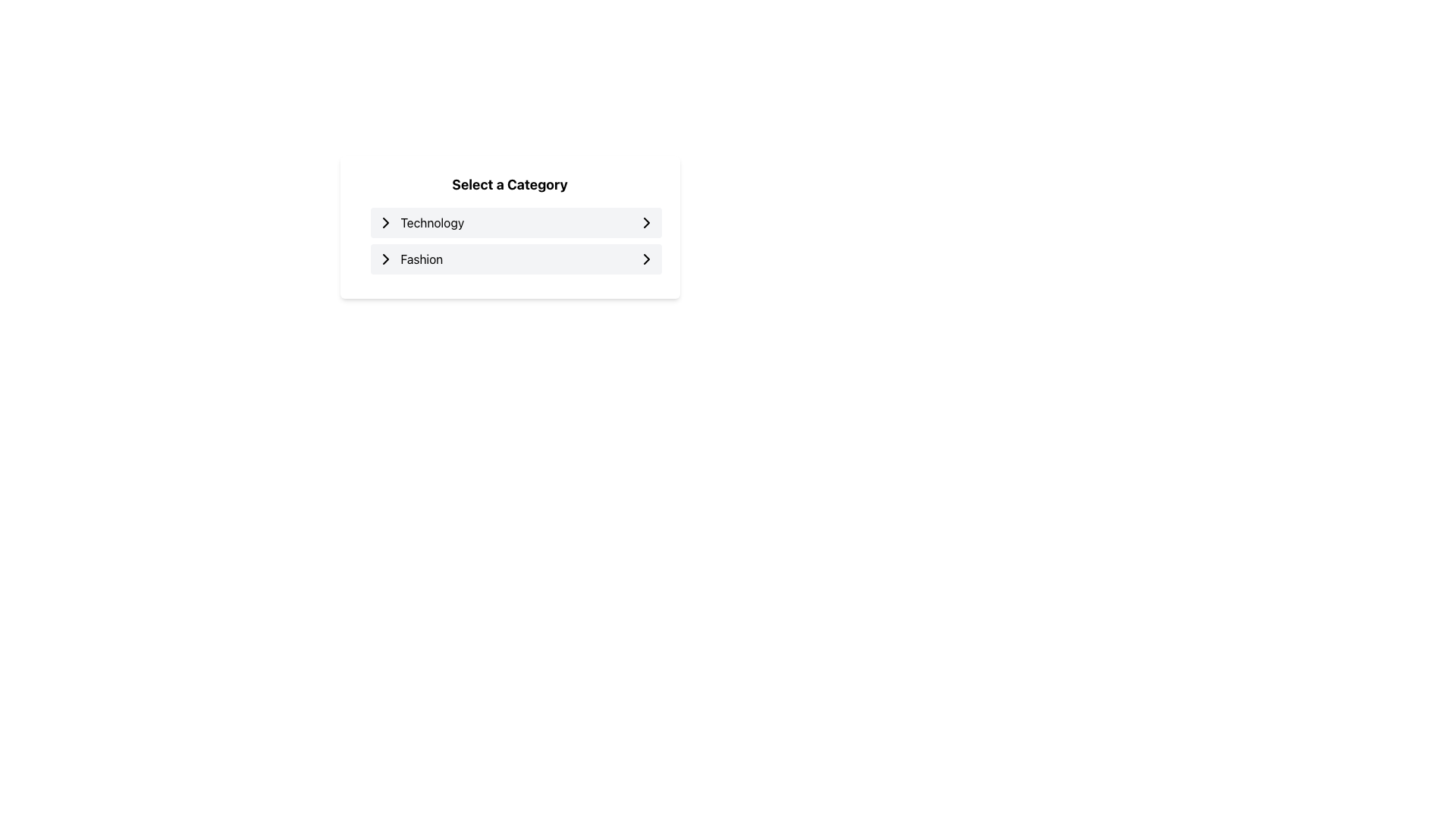 The height and width of the screenshot is (819, 1456). What do you see at coordinates (431, 222) in the screenshot?
I see `the 'Technology' text label` at bounding box center [431, 222].